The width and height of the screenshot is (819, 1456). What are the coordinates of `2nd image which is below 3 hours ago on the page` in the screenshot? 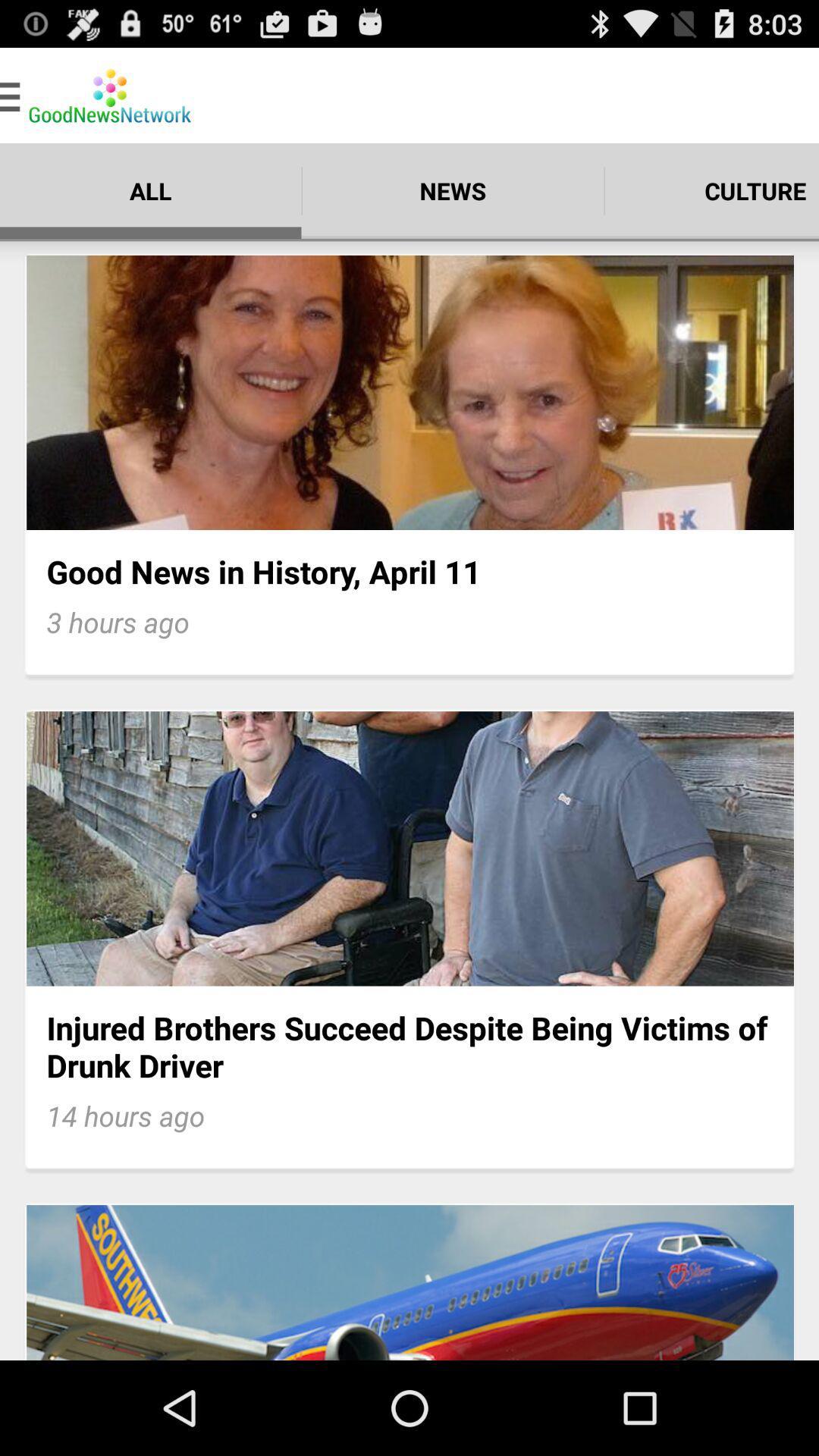 It's located at (409, 848).